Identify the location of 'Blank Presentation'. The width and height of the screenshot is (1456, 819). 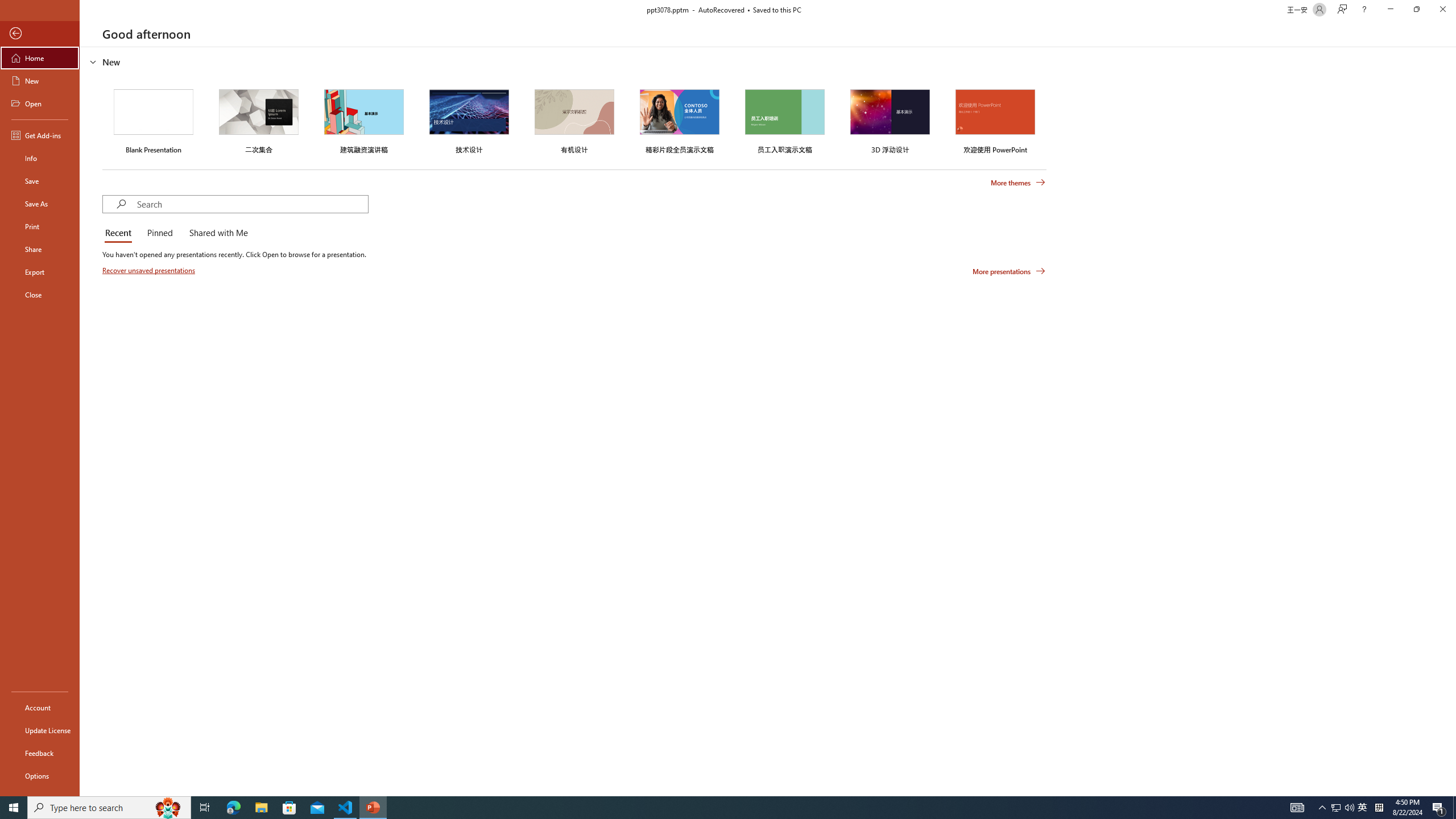
(153, 119).